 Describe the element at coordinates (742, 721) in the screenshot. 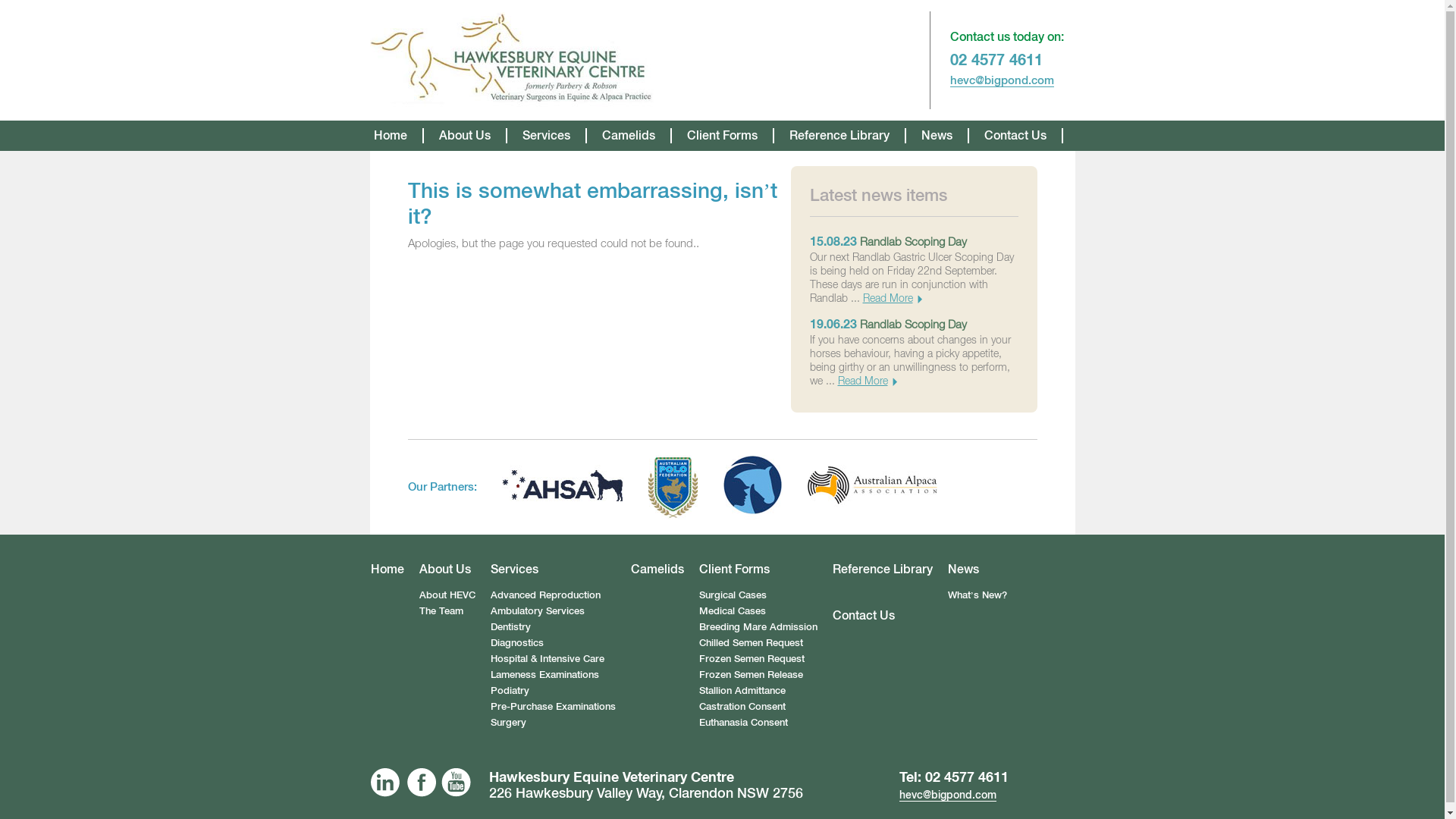

I see `'Euthanasia Consent'` at that location.